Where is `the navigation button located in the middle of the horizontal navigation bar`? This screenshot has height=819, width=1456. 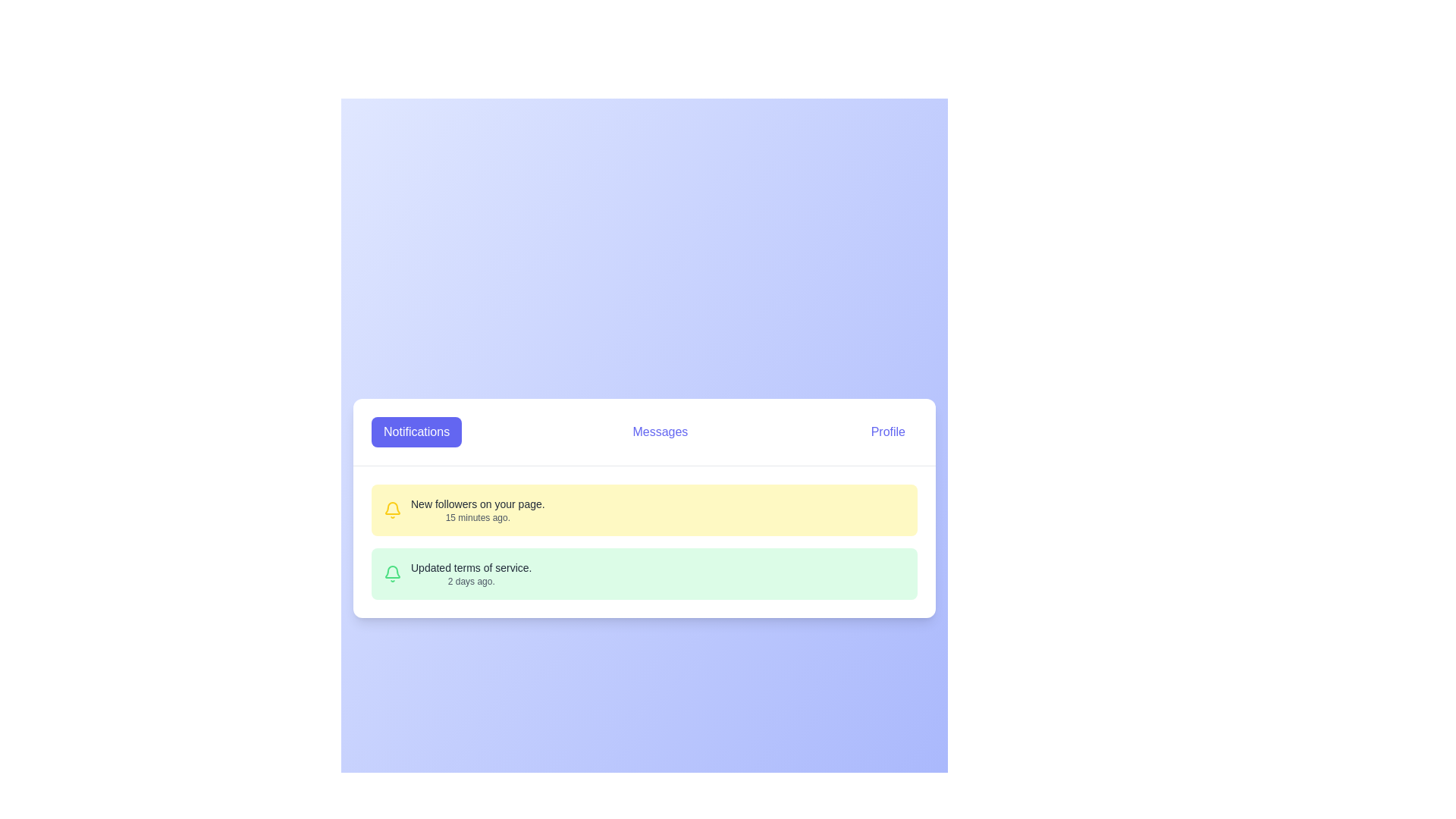
the navigation button located in the middle of the horizontal navigation bar is located at coordinates (660, 431).